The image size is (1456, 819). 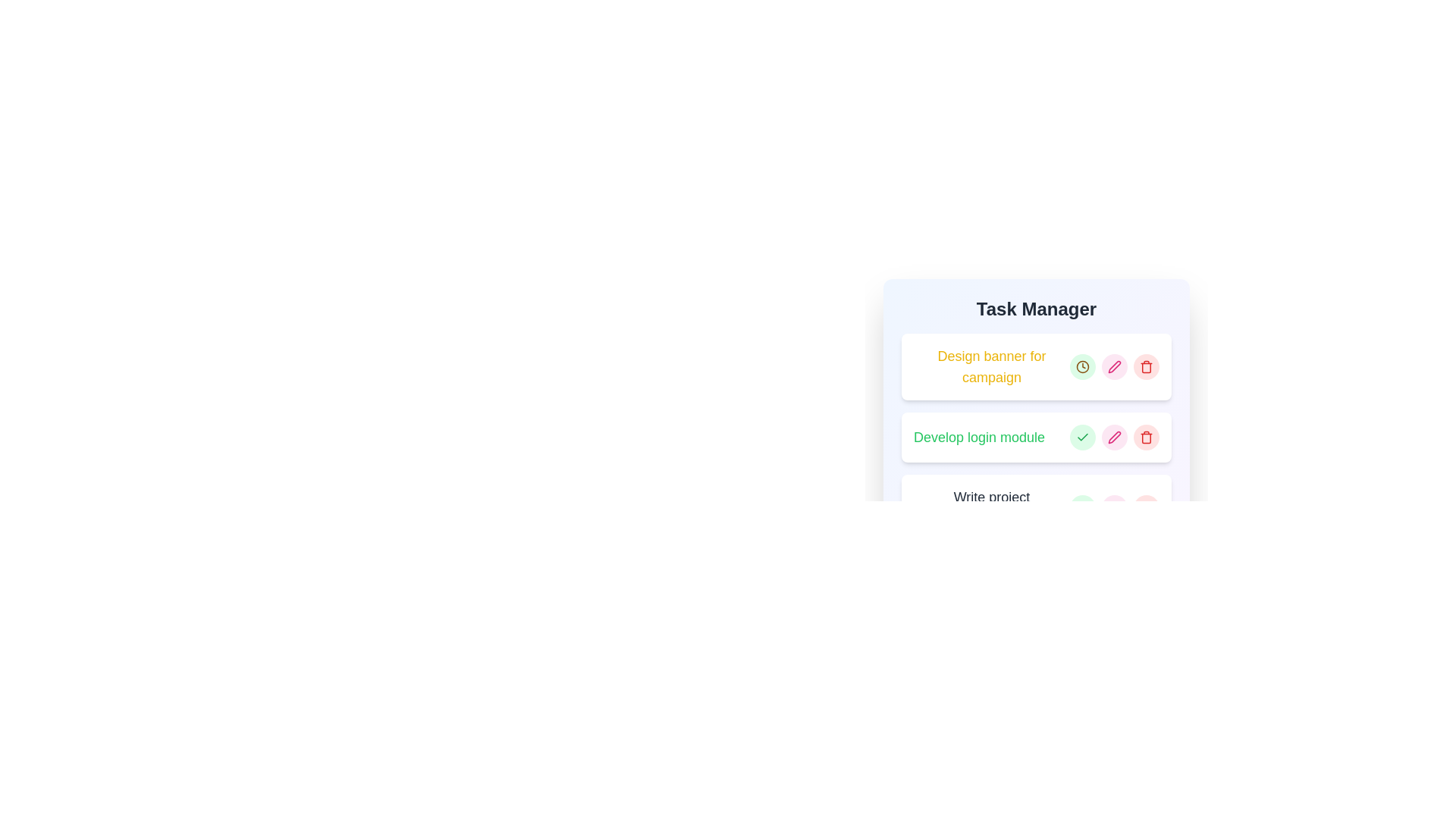 I want to click on the confirmation button located, so click(x=1082, y=438).